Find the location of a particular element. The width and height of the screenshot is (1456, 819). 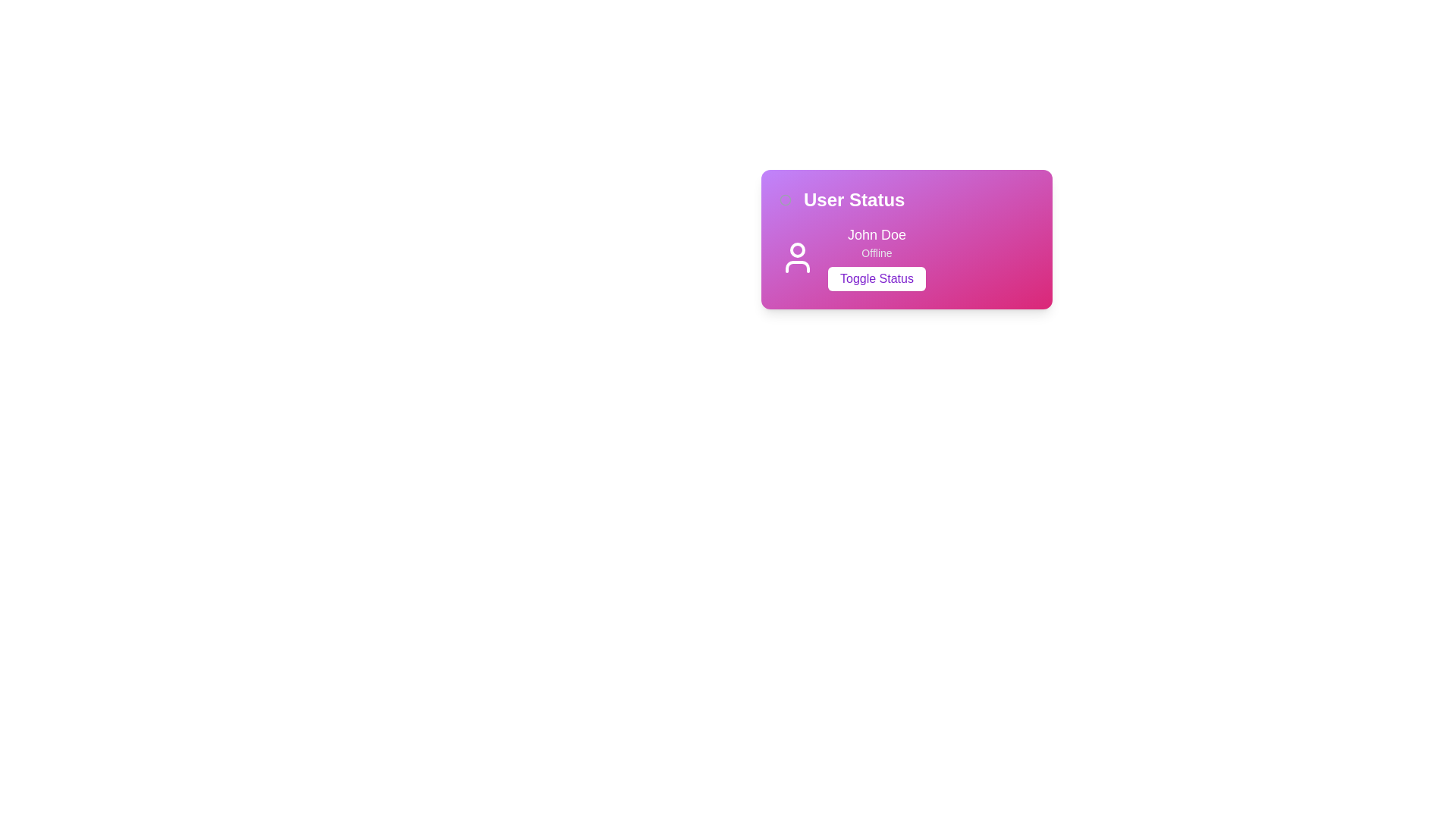

torso segment of the user icon, which is located beneath the head segment and is centered horizontally within the icon area on the left side of the user card layout is located at coordinates (796, 265).